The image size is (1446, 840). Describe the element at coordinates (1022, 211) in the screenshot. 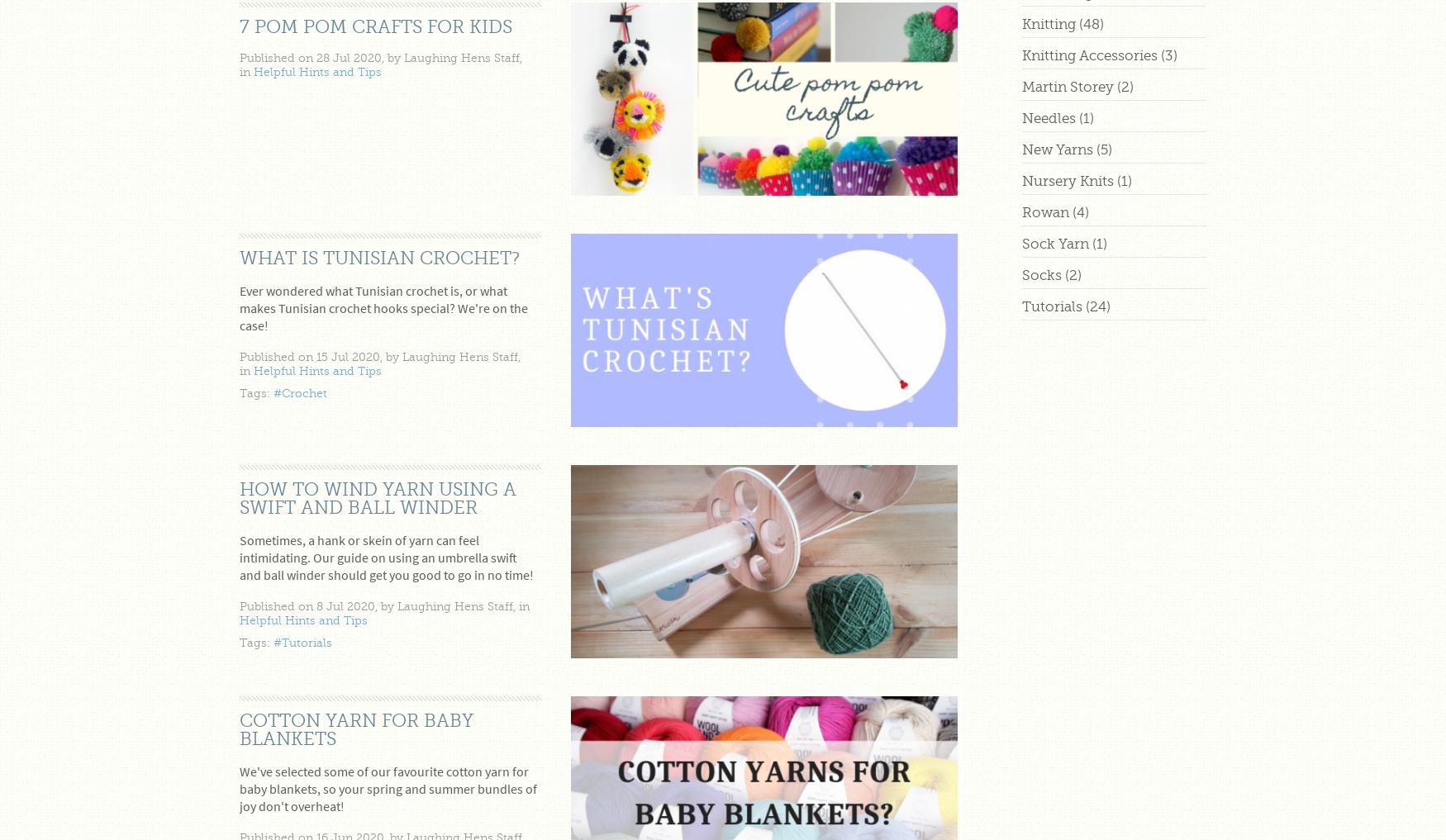

I see `'Rowan'` at that location.